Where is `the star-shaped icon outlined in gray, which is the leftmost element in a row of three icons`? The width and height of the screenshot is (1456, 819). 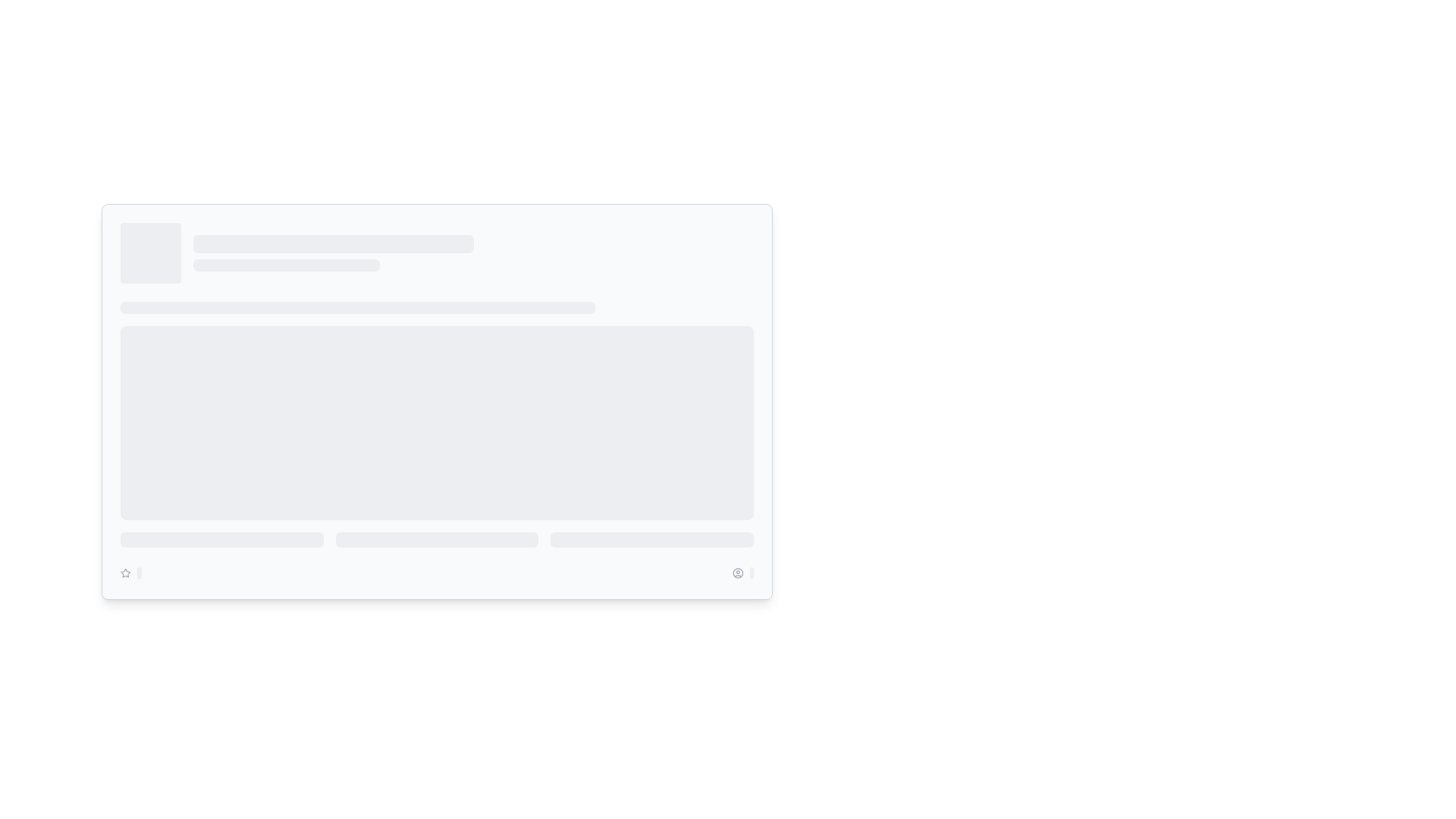
the star-shaped icon outlined in gray, which is the leftmost element in a row of three icons is located at coordinates (125, 573).